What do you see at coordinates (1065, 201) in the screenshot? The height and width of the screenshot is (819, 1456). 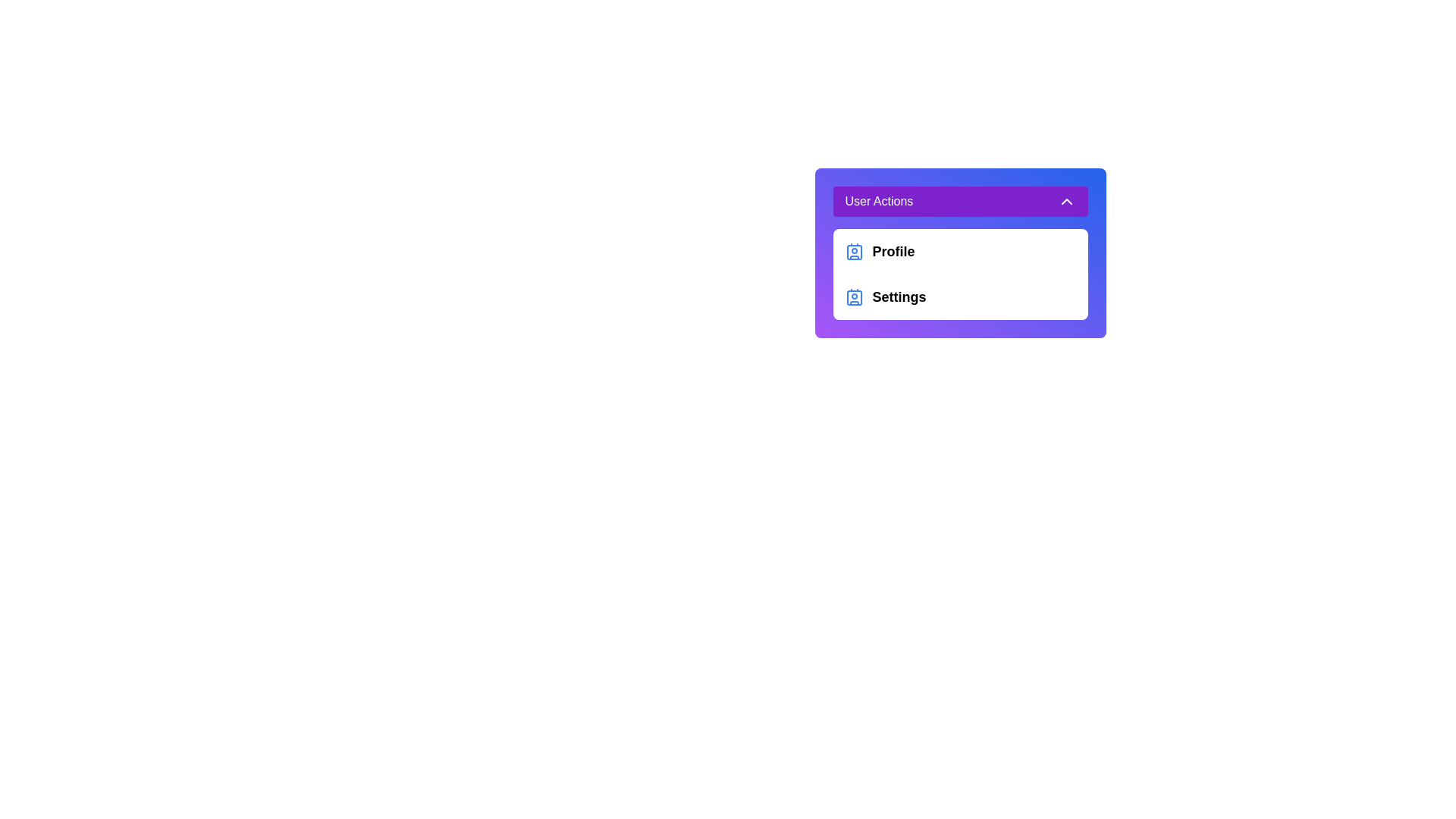 I see `the upward-pointing chevron icon within the purple 'User Actions' header` at bounding box center [1065, 201].